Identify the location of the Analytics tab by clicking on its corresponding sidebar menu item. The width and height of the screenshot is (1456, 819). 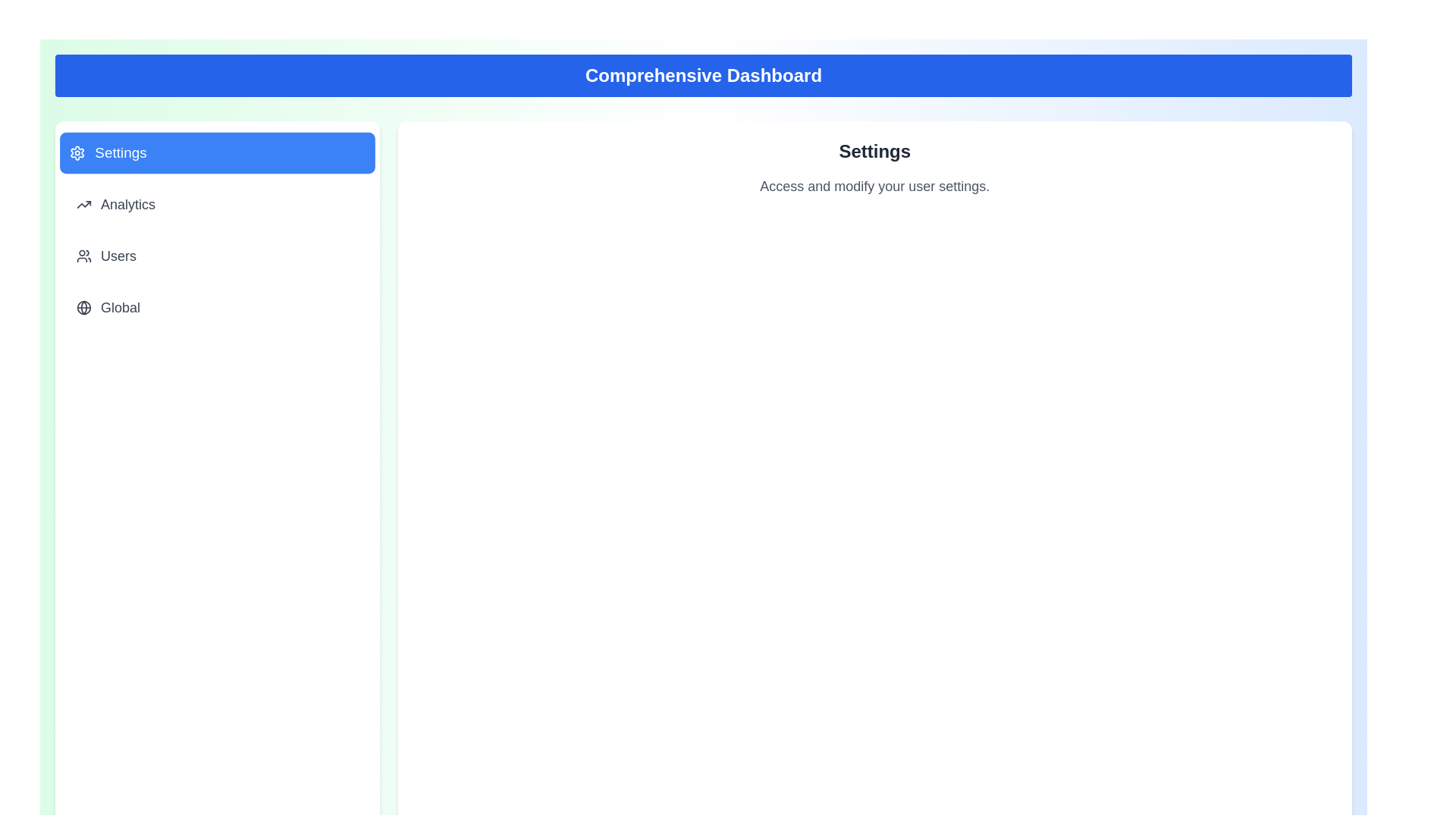
(216, 205).